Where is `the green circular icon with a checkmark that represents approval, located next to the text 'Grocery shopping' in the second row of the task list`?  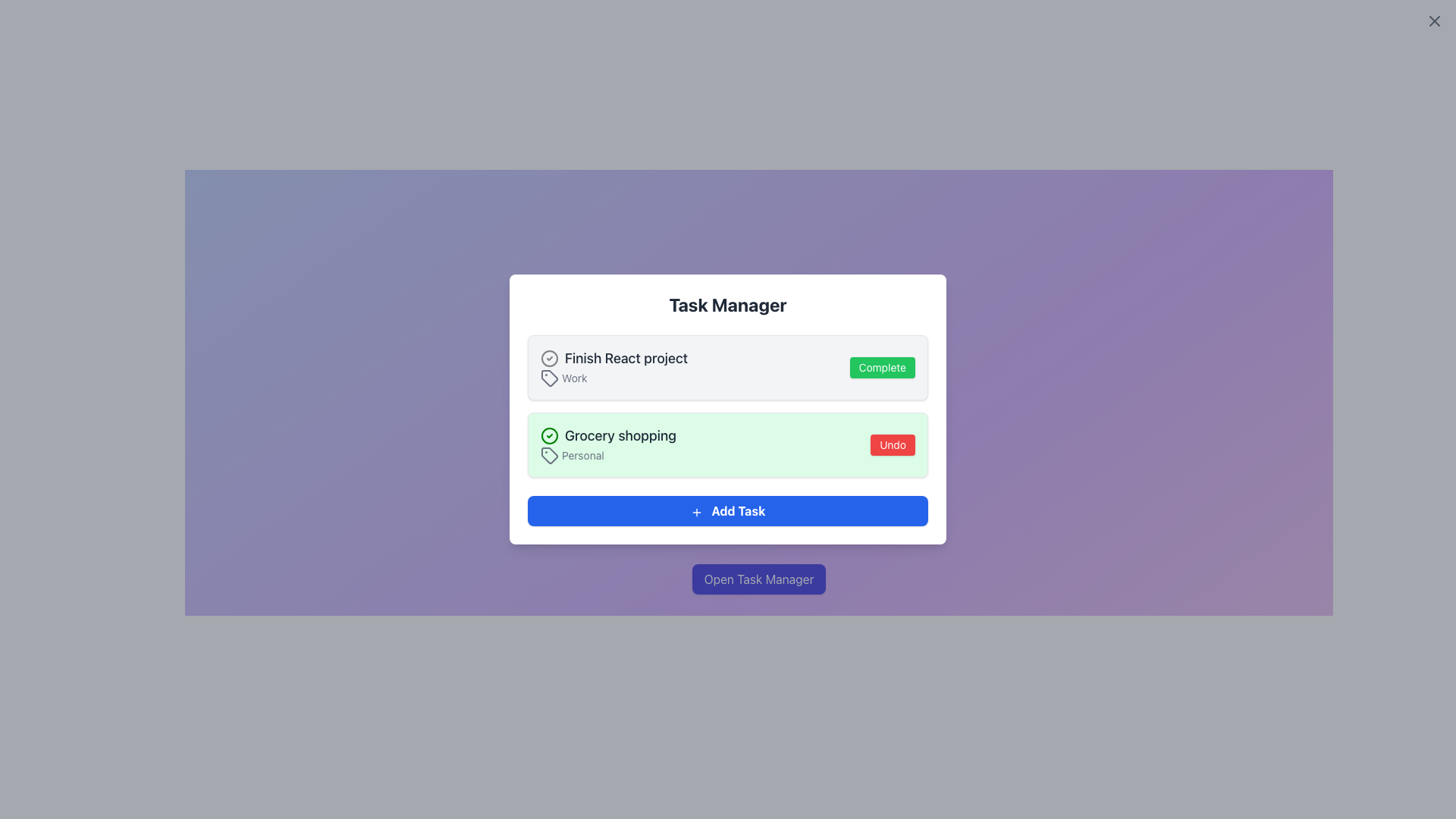
the green circular icon with a checkmark that represents approval, located next to the text 'Grocery shopping' in the second row of the task list is located at coordinates (548, 435).